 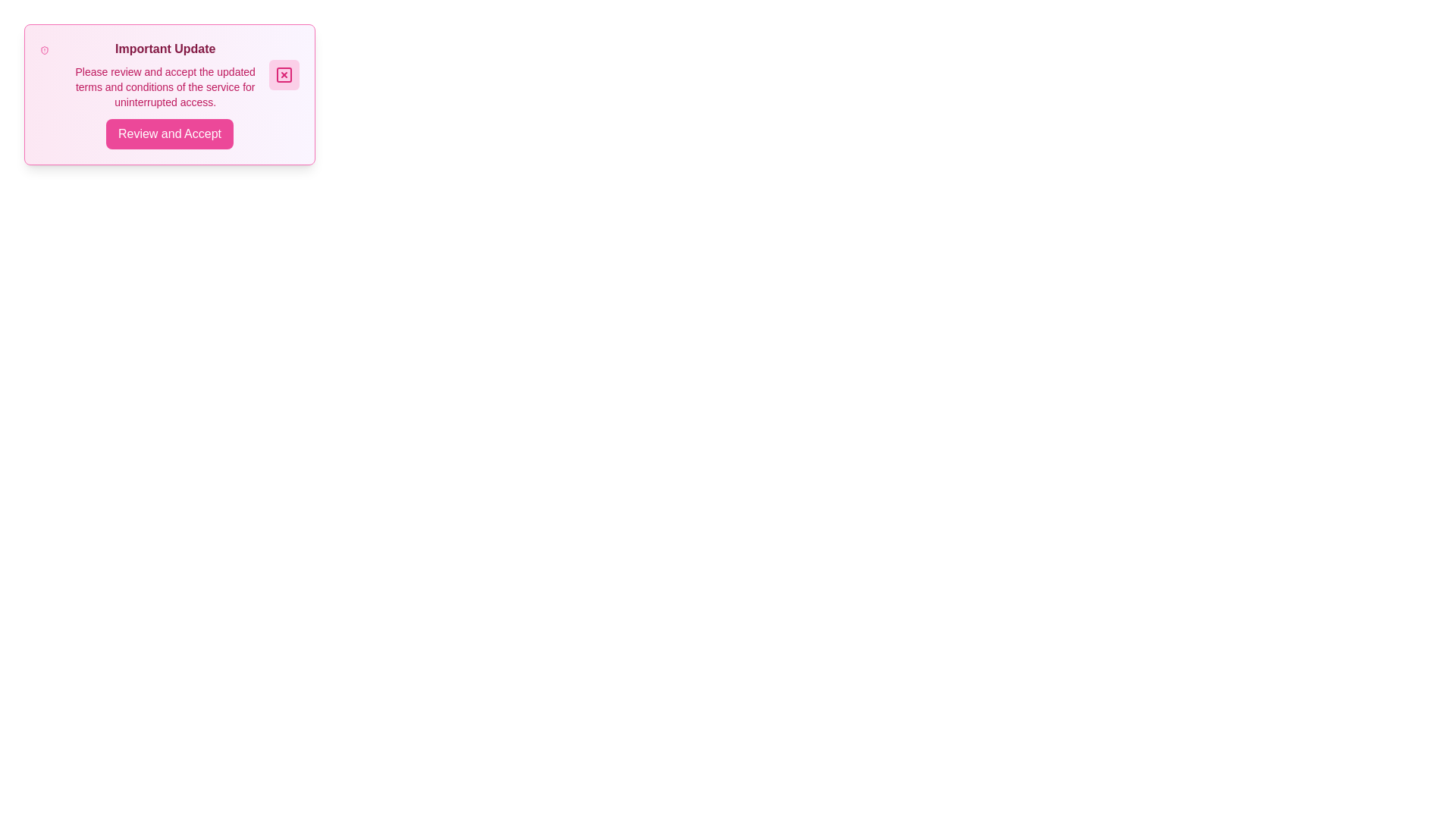 I want to click on the warning icon located to the far left of the 'Important Update' card, which is horizontally adjacent to the heading and vertically centered within the card, so click(x=45, y=49).